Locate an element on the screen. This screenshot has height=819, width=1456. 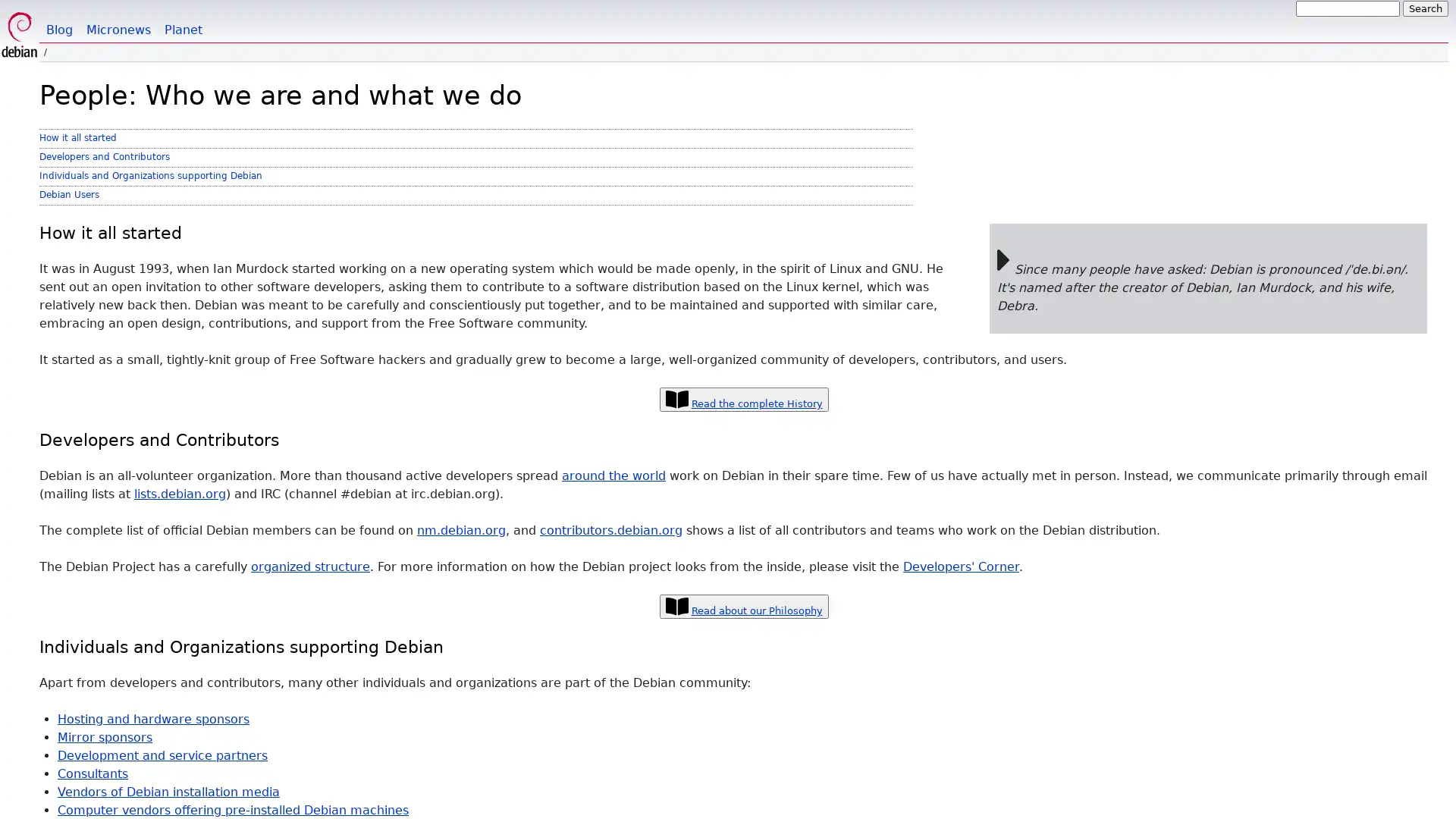
Read about our Philosophy is located at coordinates (743, 605).